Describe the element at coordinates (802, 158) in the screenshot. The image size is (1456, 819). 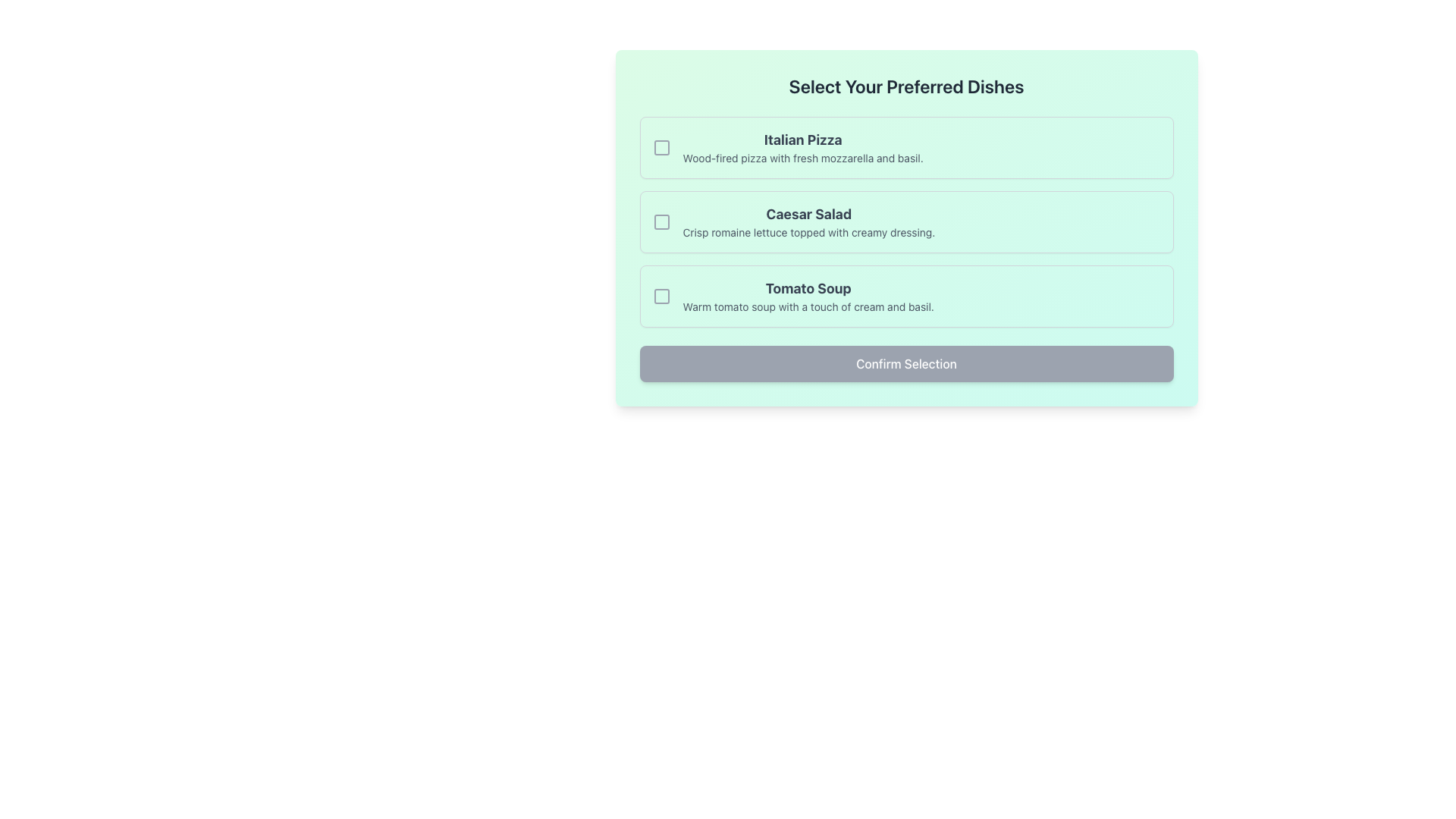
I see `the text element that reads 'Wood-fired pizza with fresh mozzarella and basil', which is located directly beneath the bold heading 'Italian Pizza'` at that location.